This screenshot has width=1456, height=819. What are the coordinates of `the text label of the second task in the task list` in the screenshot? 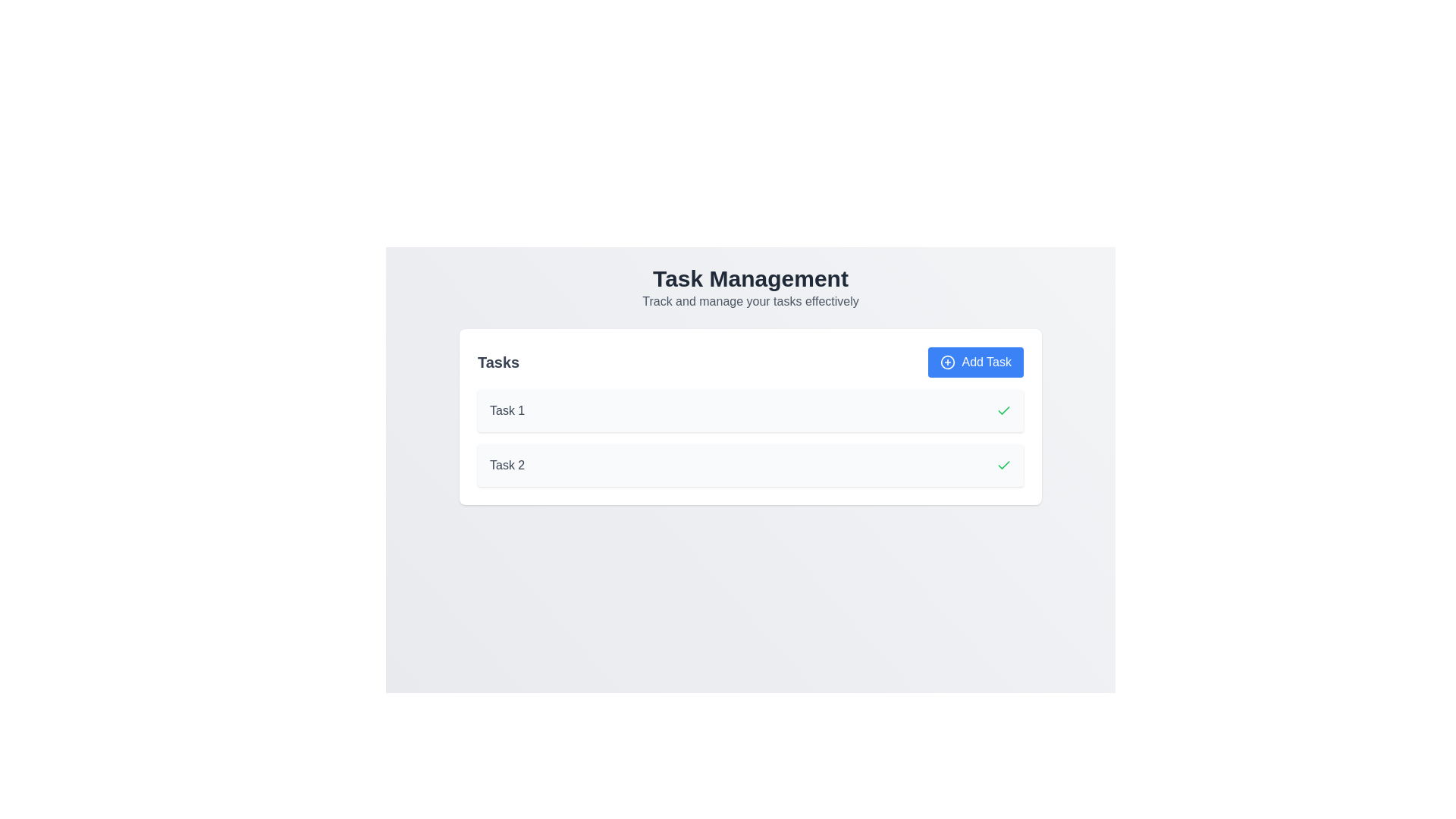 It's located at (507, 464).